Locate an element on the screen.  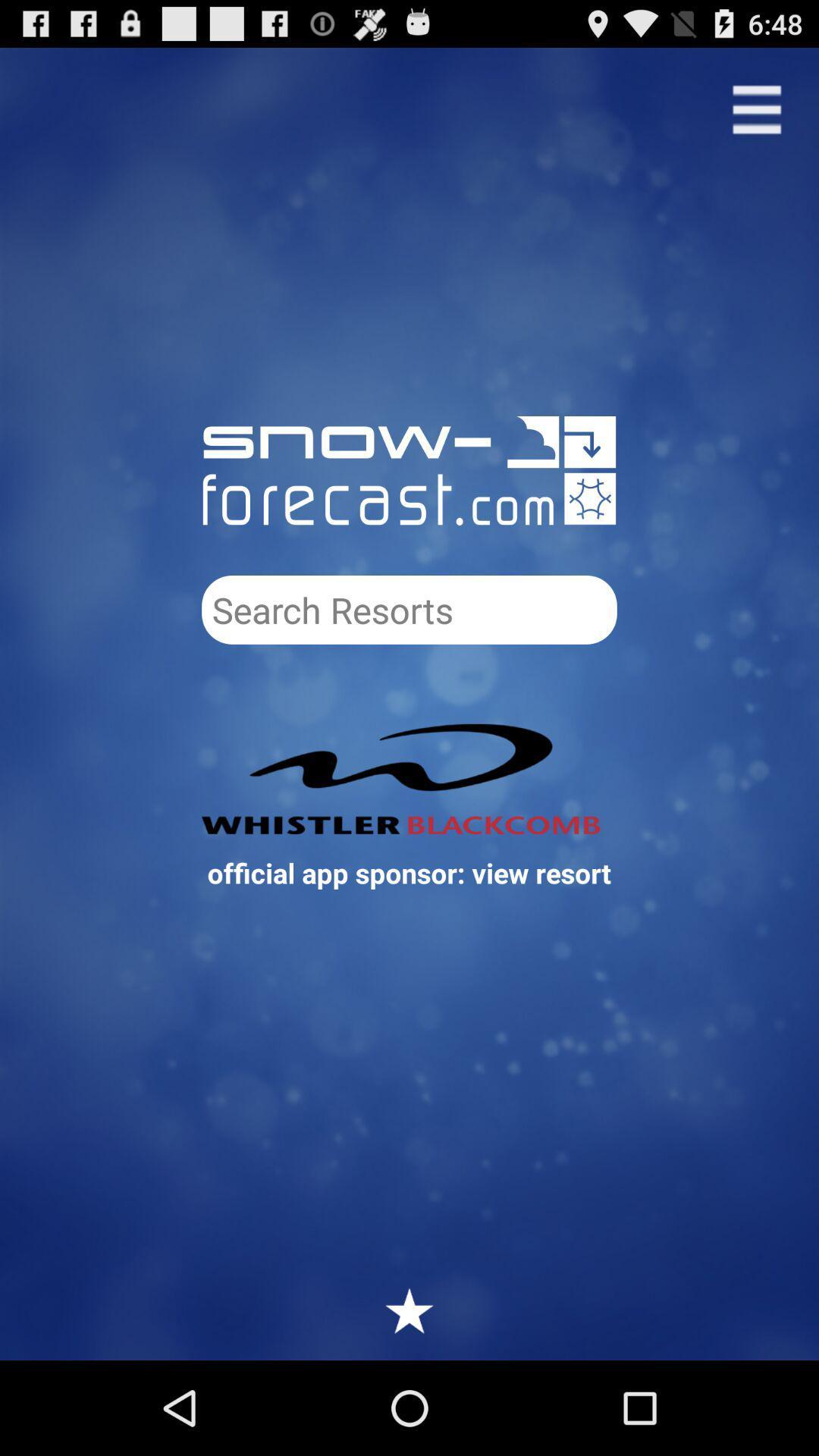
visit whistler blackcomb website is located at coordinates (409, 779).